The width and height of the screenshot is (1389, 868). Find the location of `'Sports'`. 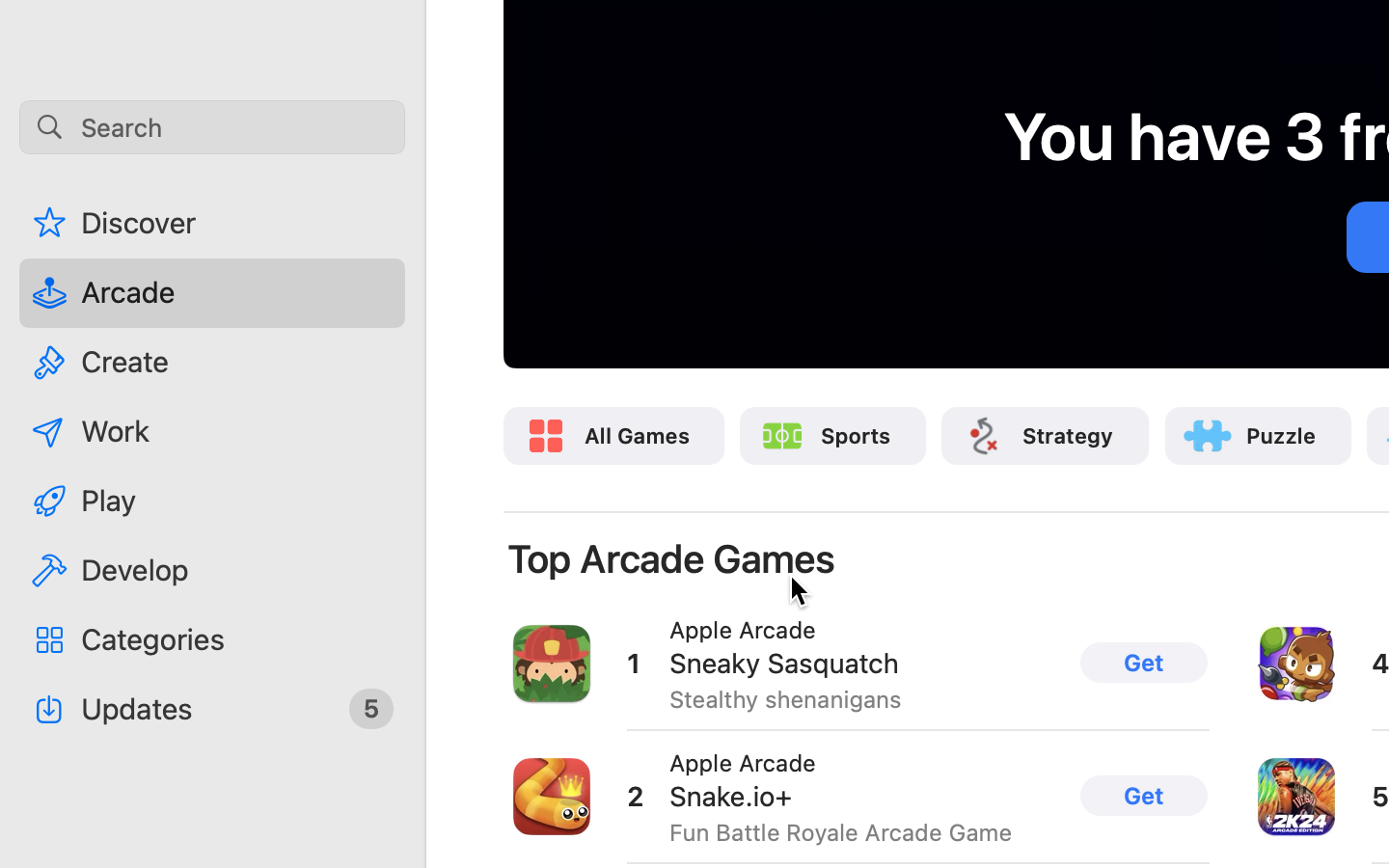

'Sports' is located at coordinates (855, 434).